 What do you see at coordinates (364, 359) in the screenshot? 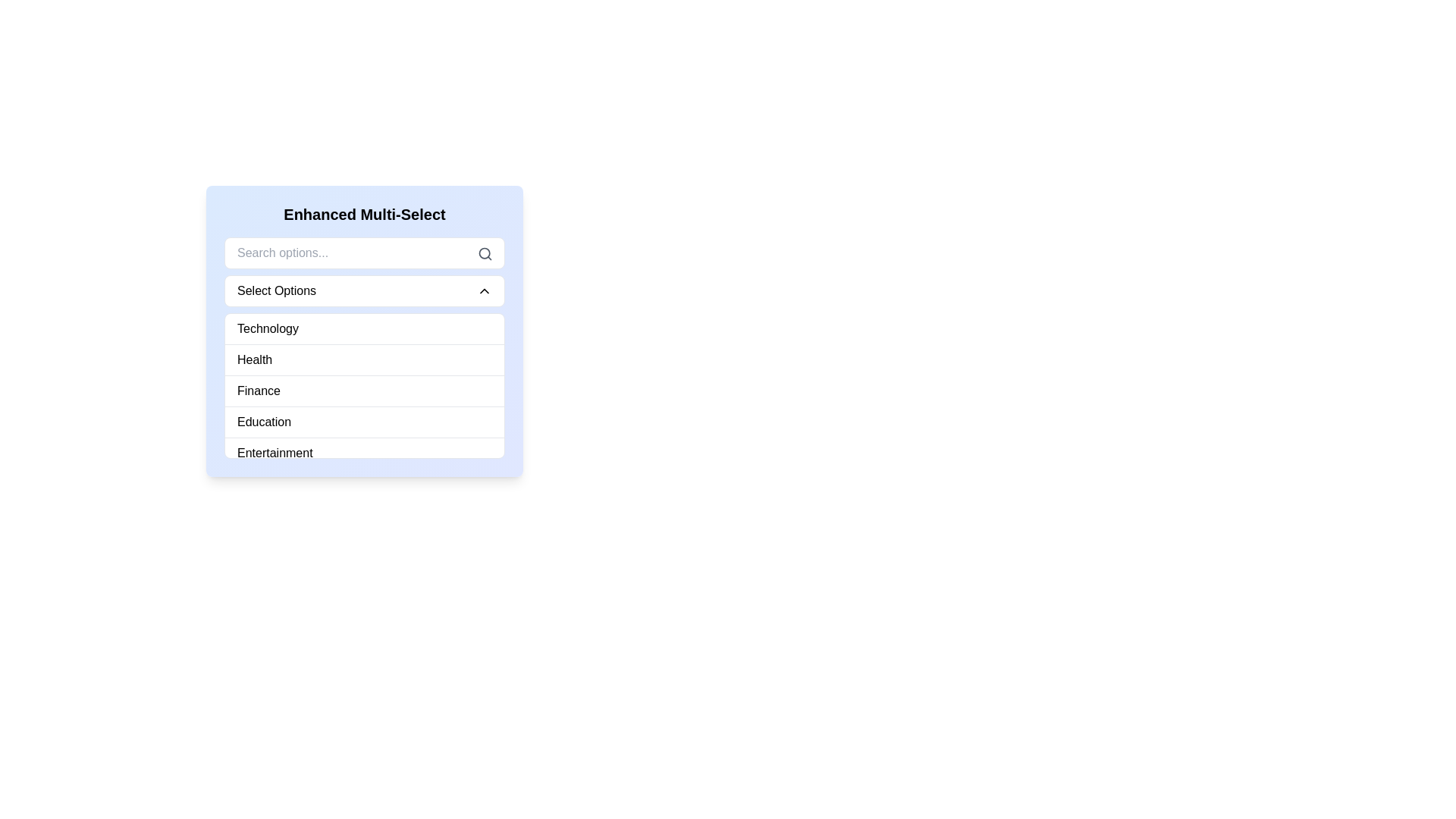
I see `the 'Health' option in the dropdown menu` at bounding box center [364, 359].